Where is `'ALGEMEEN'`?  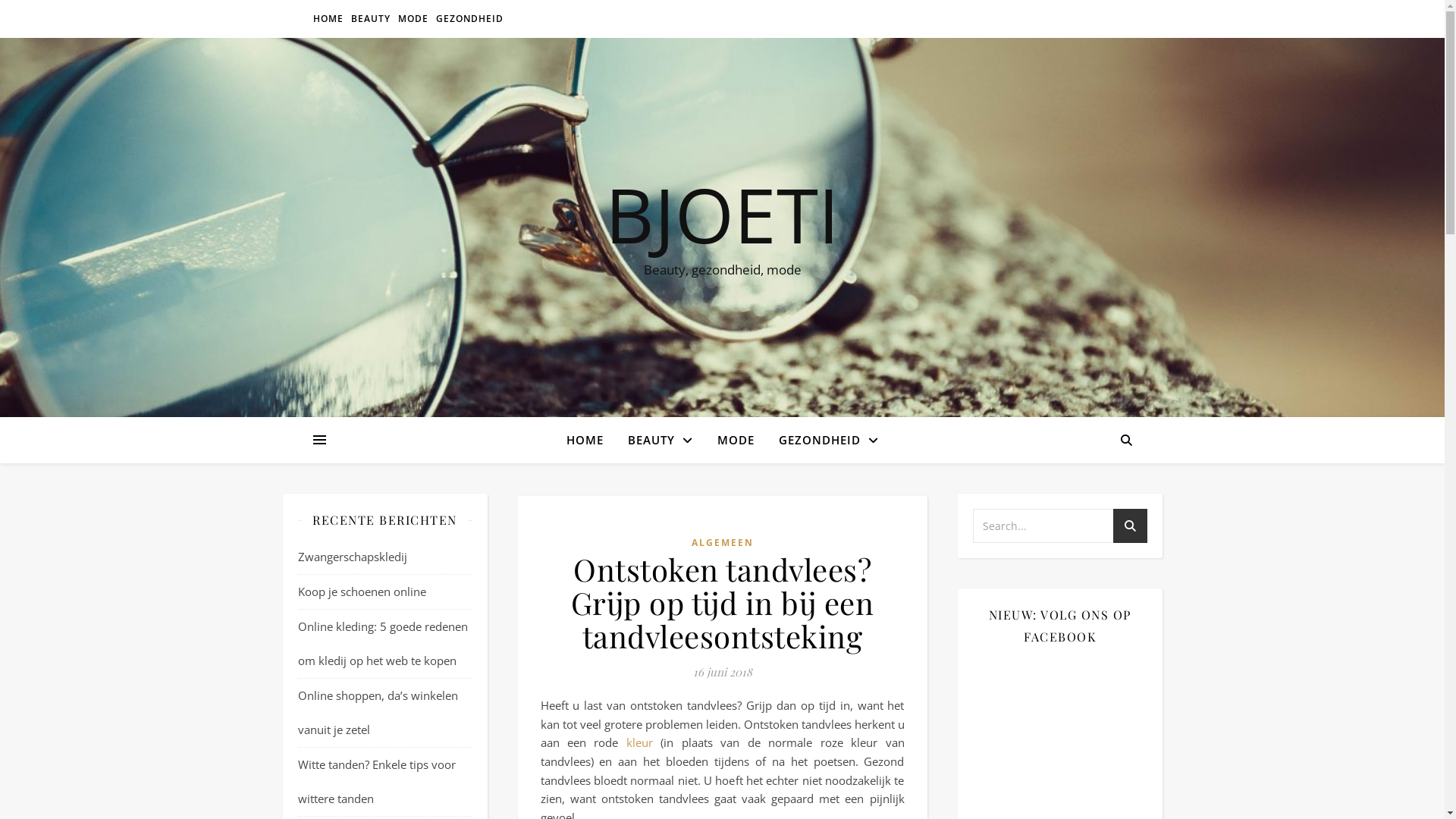 'ALGEMEEN' is located at coordinates (722, 542).